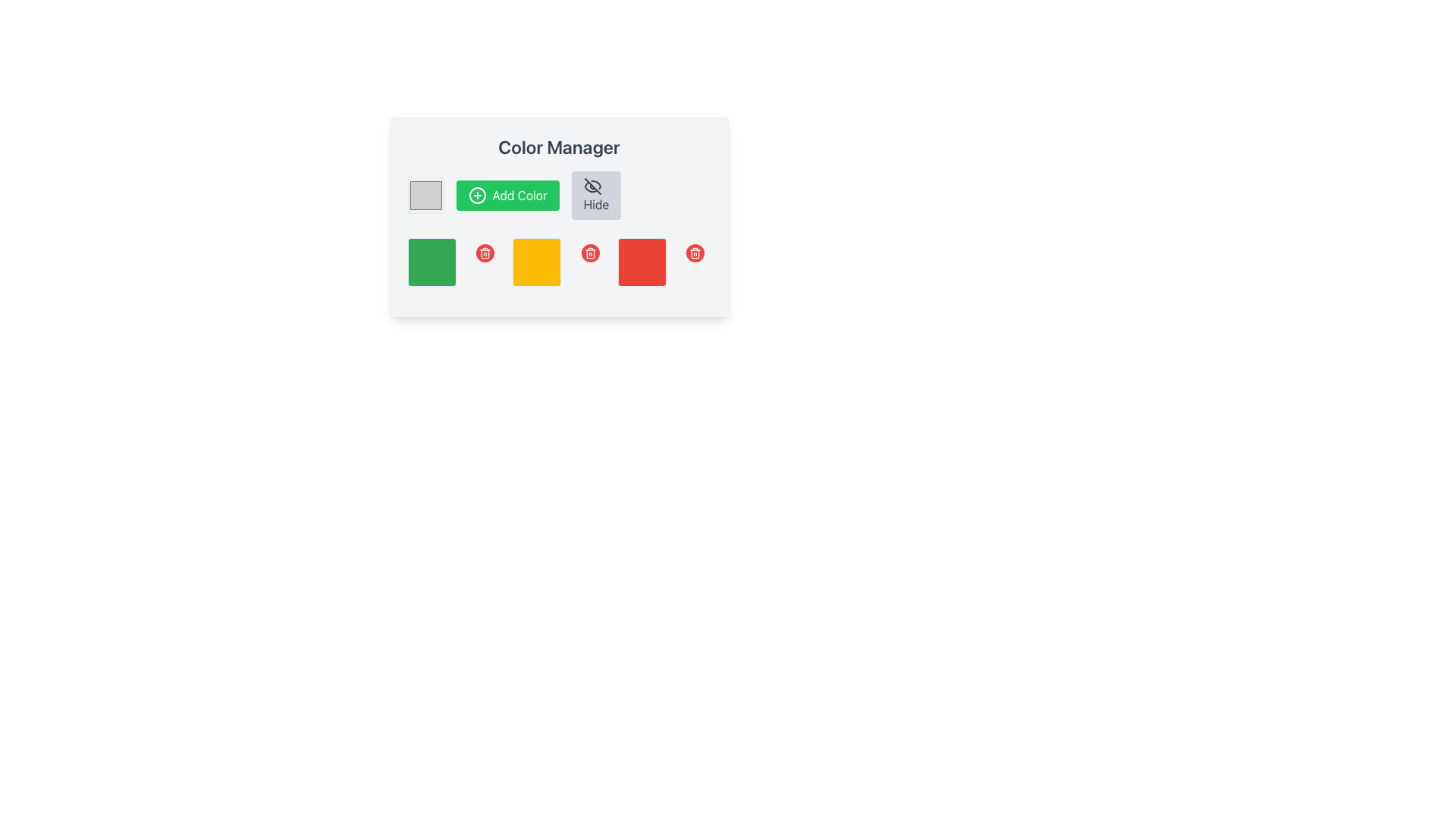 This screenshot has width=1456, height=819. I want to click on the third red color block with rounded corners in the lower row of the 'Color Manager' panel, which is situated between a yellow block and a delete button icon, so click(642, 262).